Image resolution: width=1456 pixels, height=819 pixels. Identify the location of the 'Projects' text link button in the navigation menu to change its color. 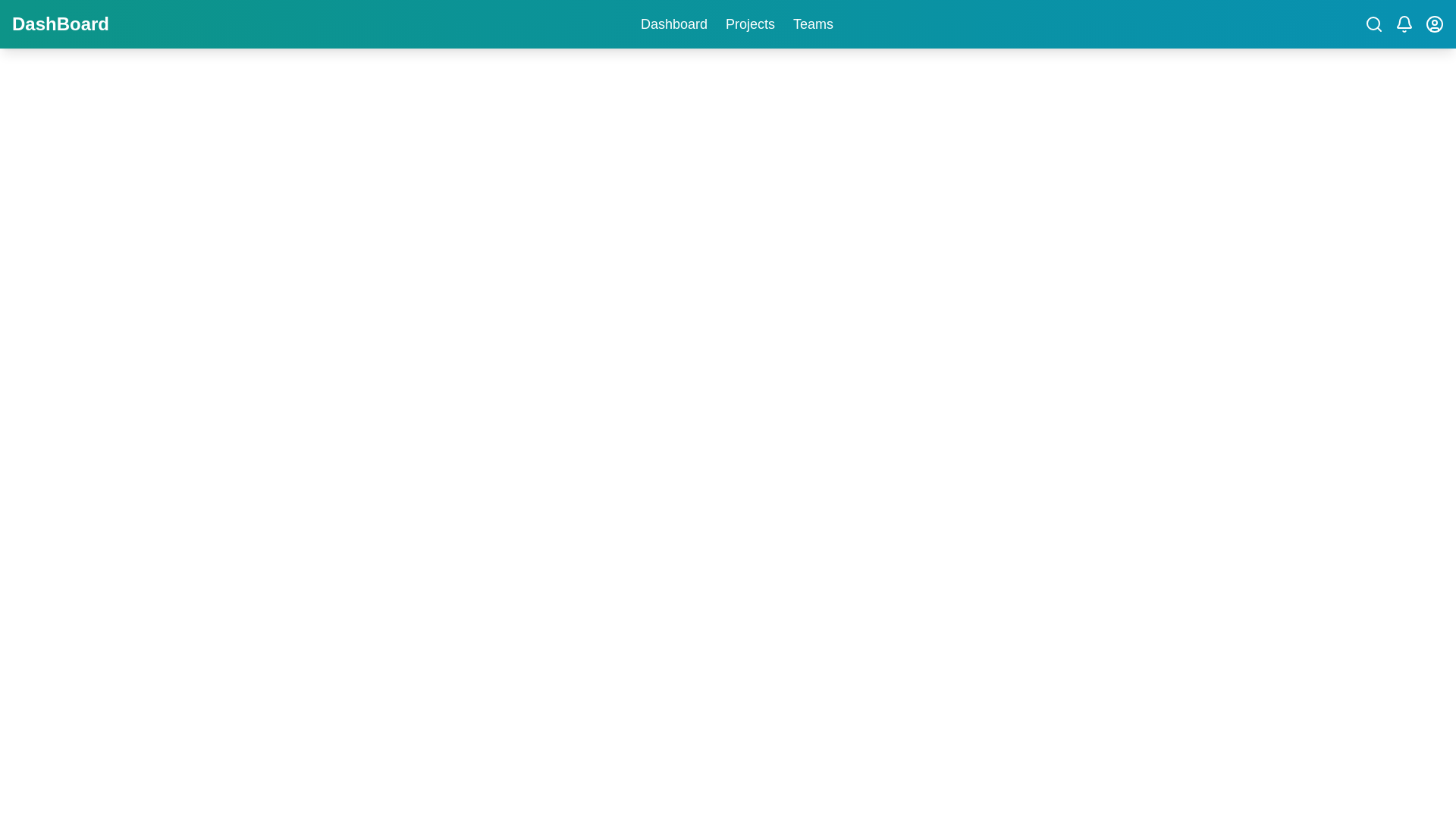
(750, 24).